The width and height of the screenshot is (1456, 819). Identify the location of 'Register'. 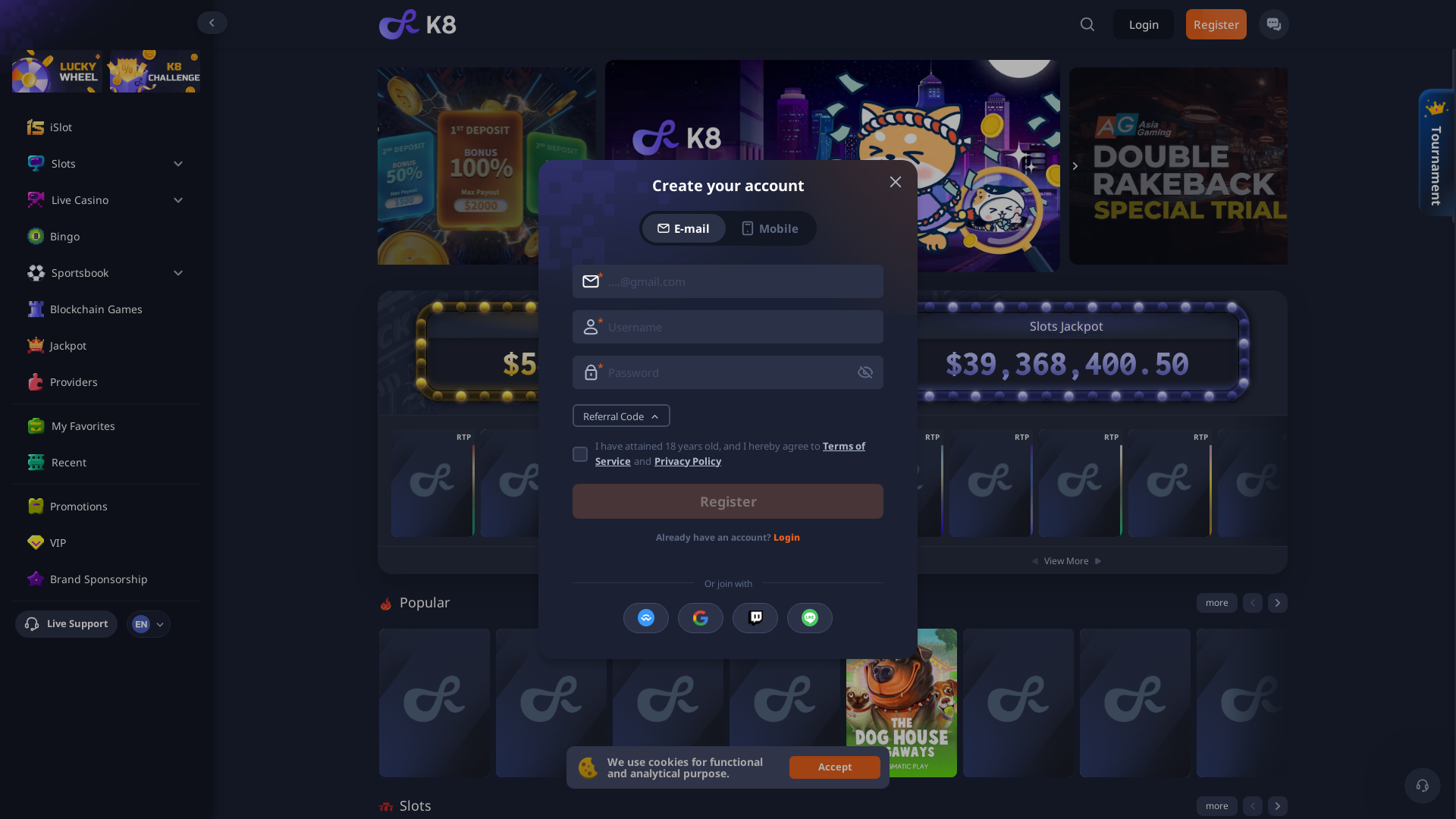
(728, 500).